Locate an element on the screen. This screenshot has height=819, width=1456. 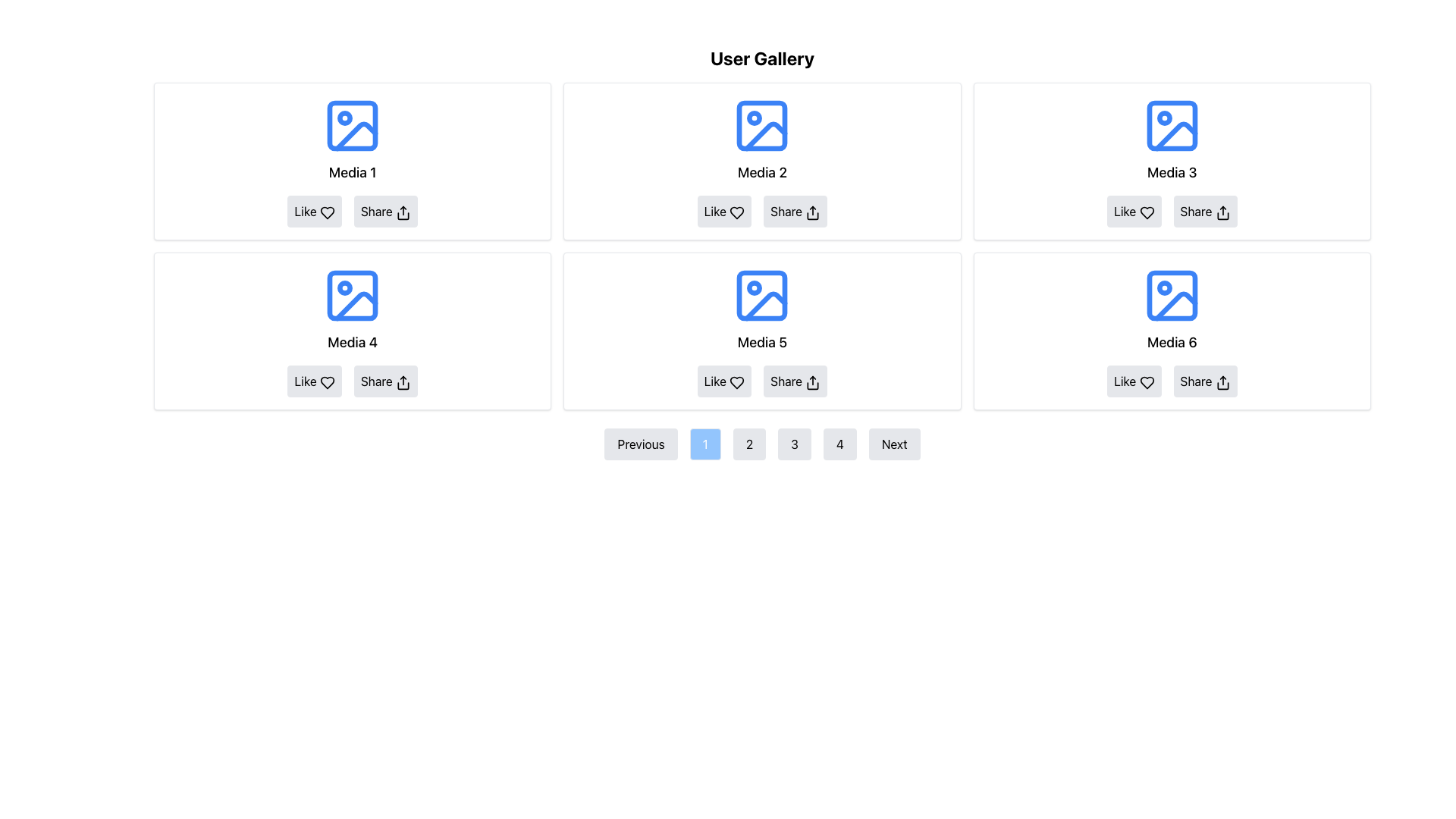
the heart-shaped icon located below the 'Media 4' section is located at coordinates (326, 381).